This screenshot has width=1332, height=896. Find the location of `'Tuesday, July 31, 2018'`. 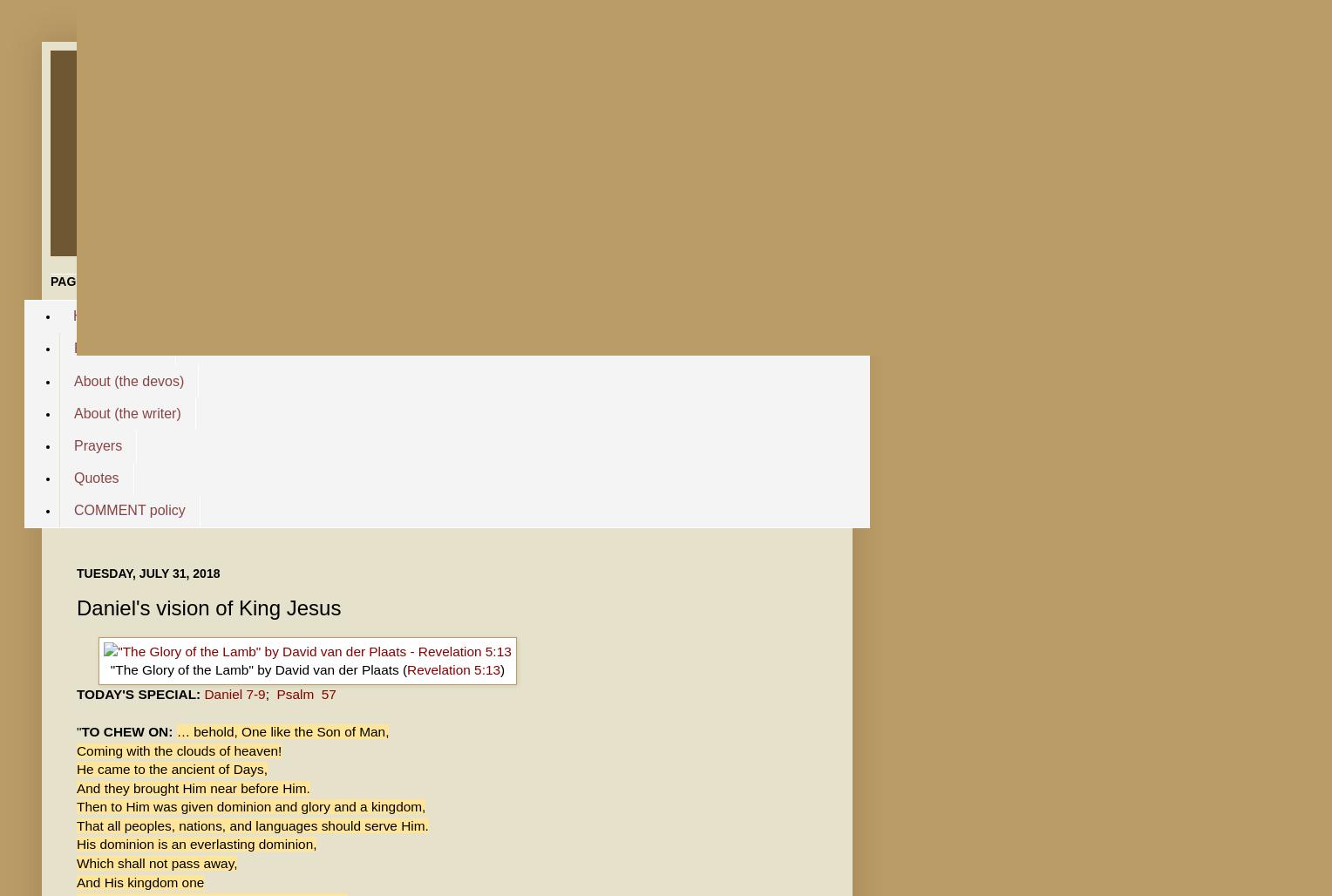

'Tuesday, July 31, 2018' is located at coordinates (148, 572).